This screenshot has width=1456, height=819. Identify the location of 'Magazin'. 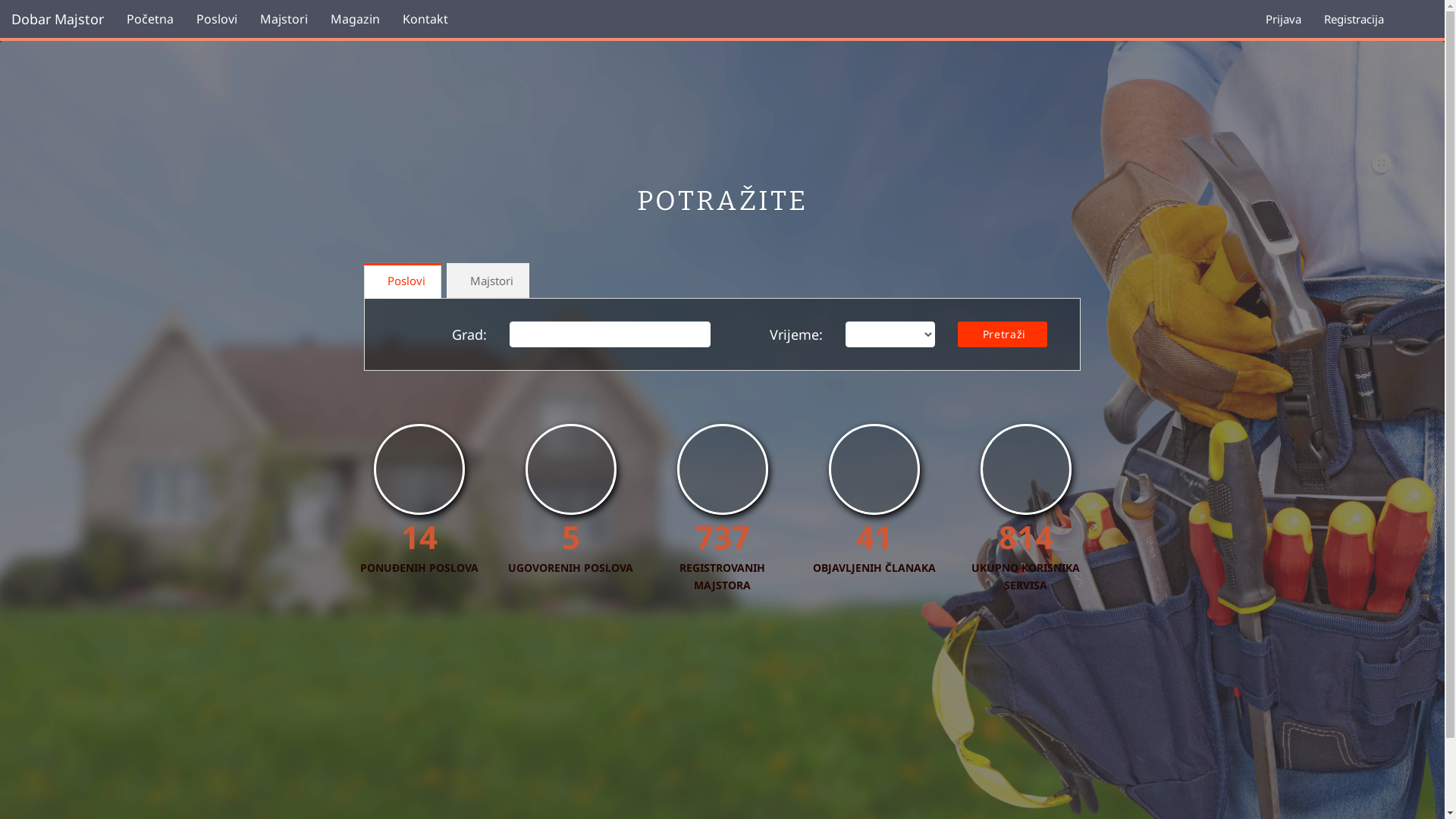
(318, 18).